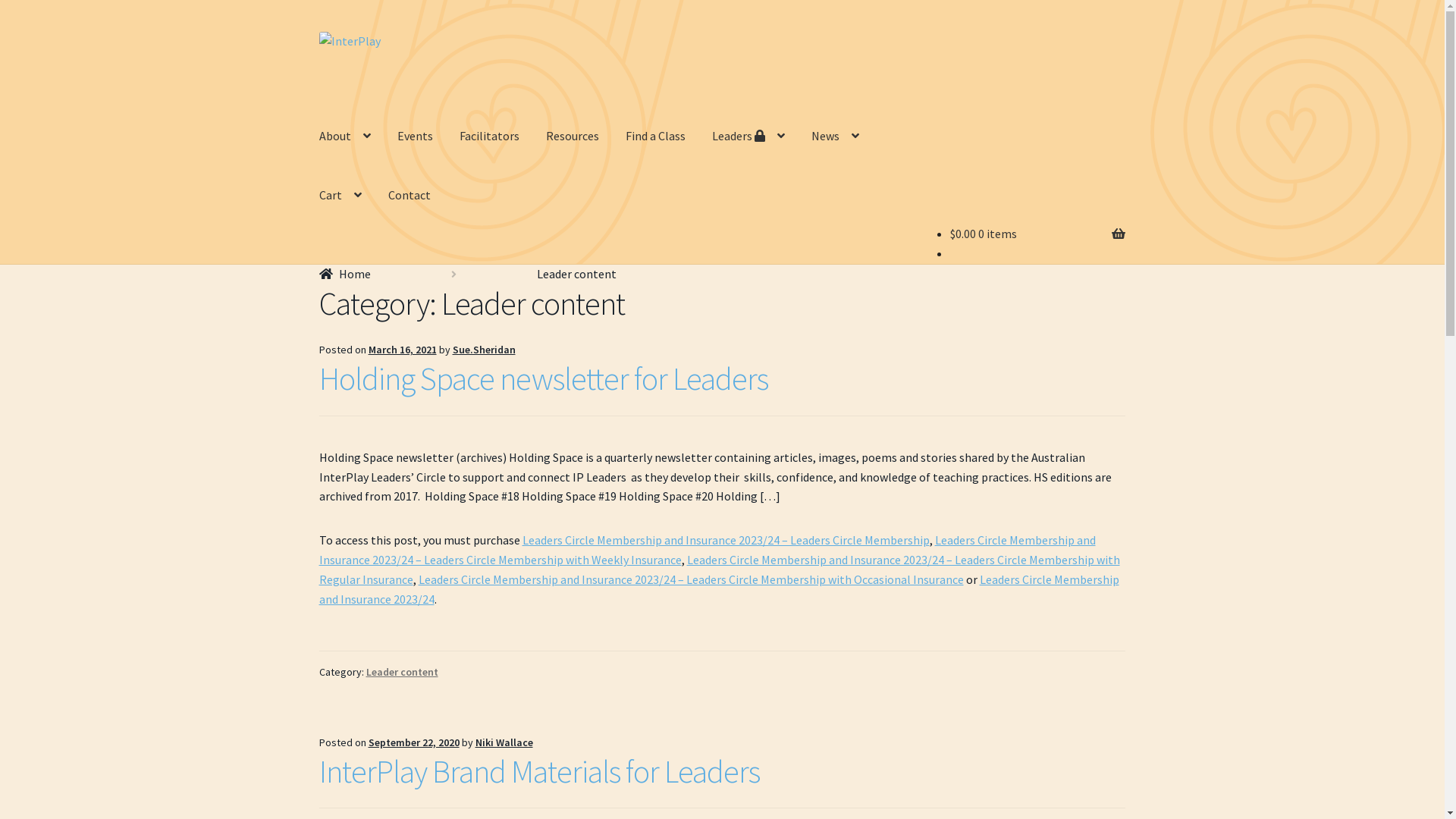 Image resolution: width=1456 pixels, height=819 pixels. I want to click on 'News', so click(834, 136).